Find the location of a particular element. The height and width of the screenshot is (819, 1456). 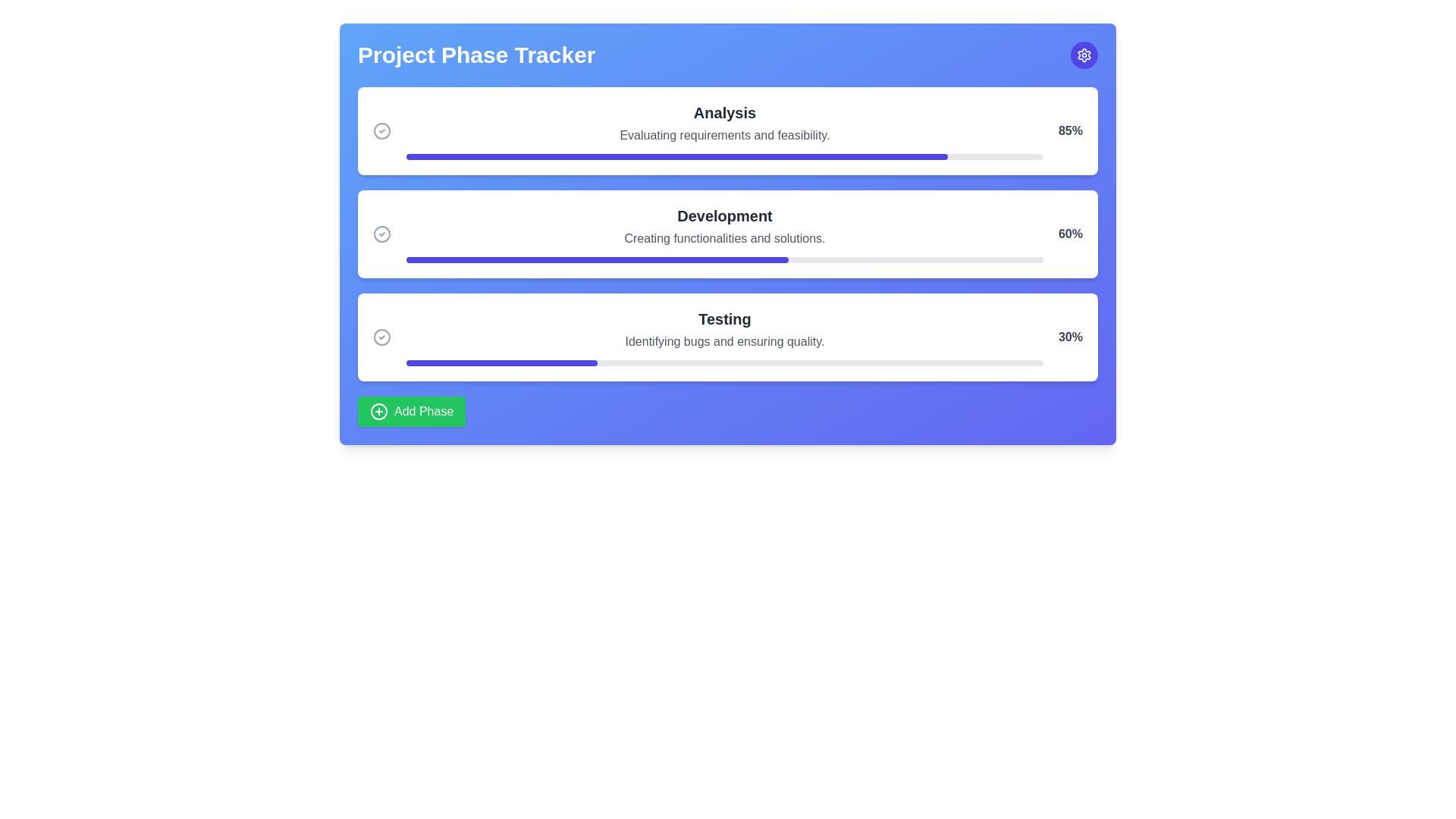

the text label that provides a description for the 'Analysis' step in the project progression tracker, located below the 'Analysis' heading and above the progress bar is located at coordinates (723, 134).